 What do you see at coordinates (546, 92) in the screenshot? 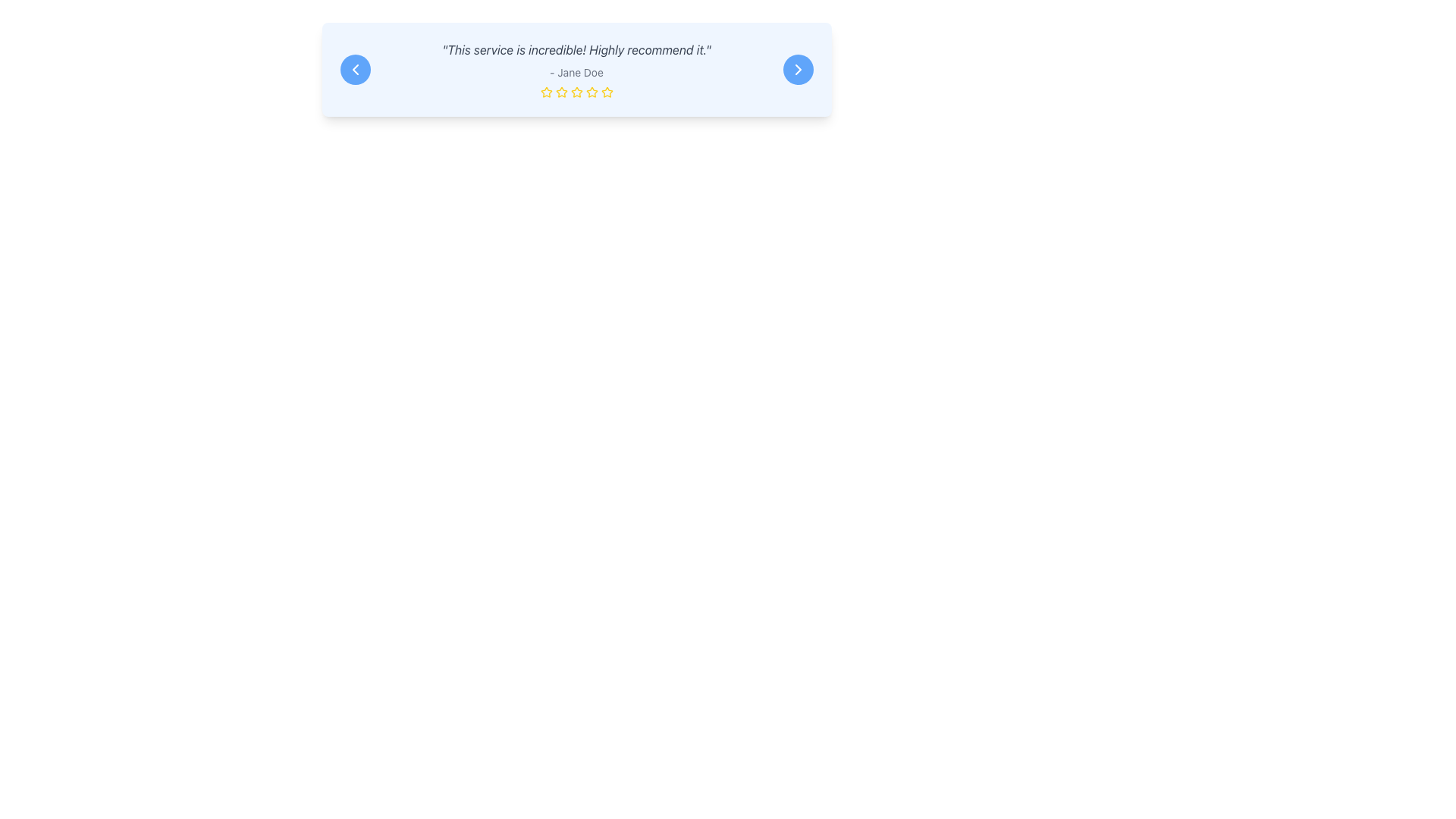
I see `the third star icon in the row of five star icons, which is filled with a golden yellow color` at bounding box center [546, 92].